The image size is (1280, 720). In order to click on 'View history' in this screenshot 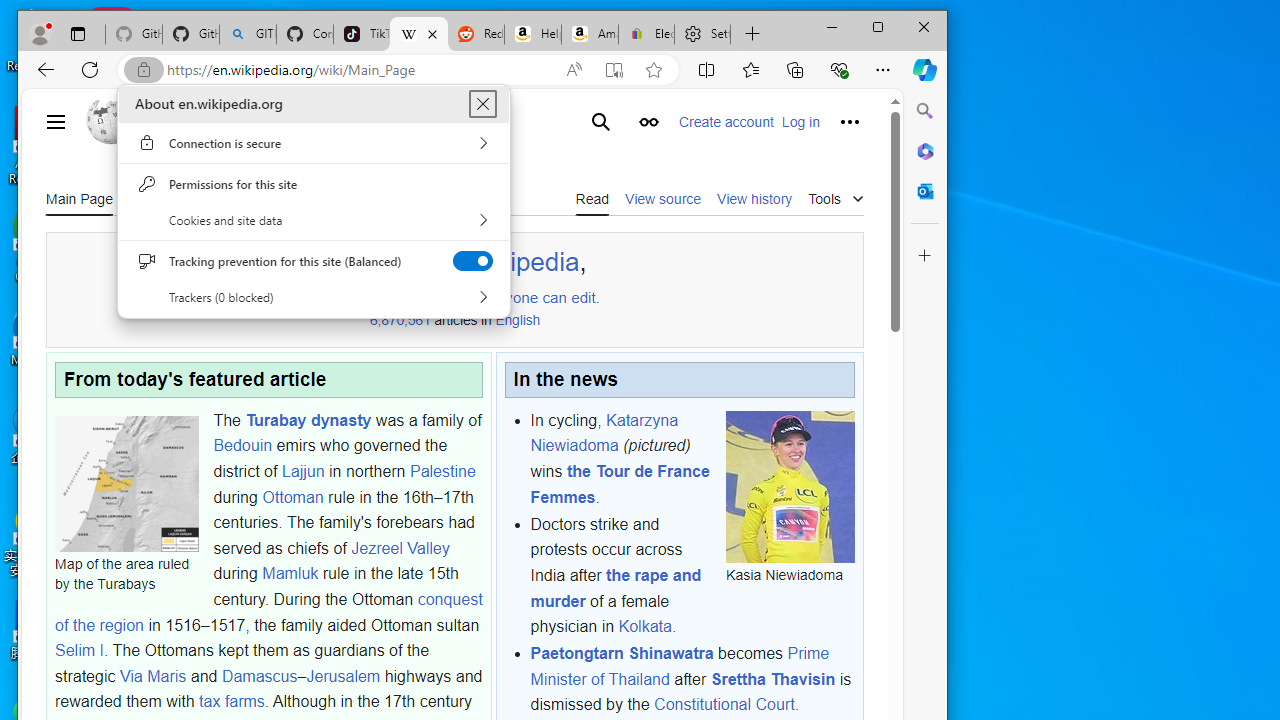, I will do `click(754, 197)`.